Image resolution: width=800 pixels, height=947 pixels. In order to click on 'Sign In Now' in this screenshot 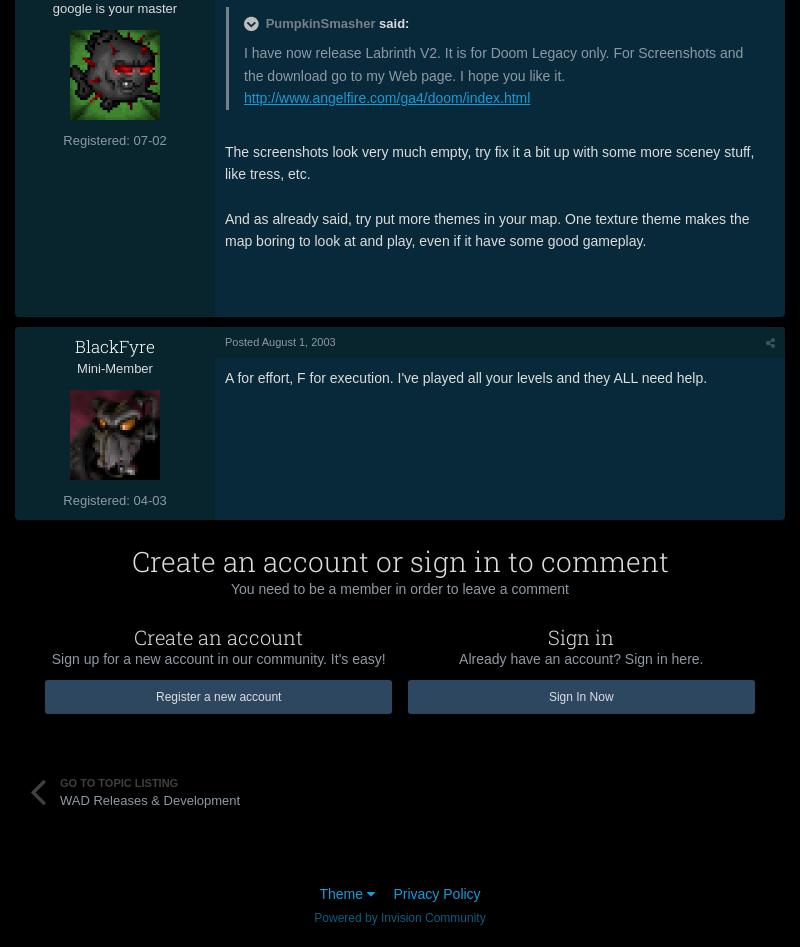, I will do `click(579, 695)`.